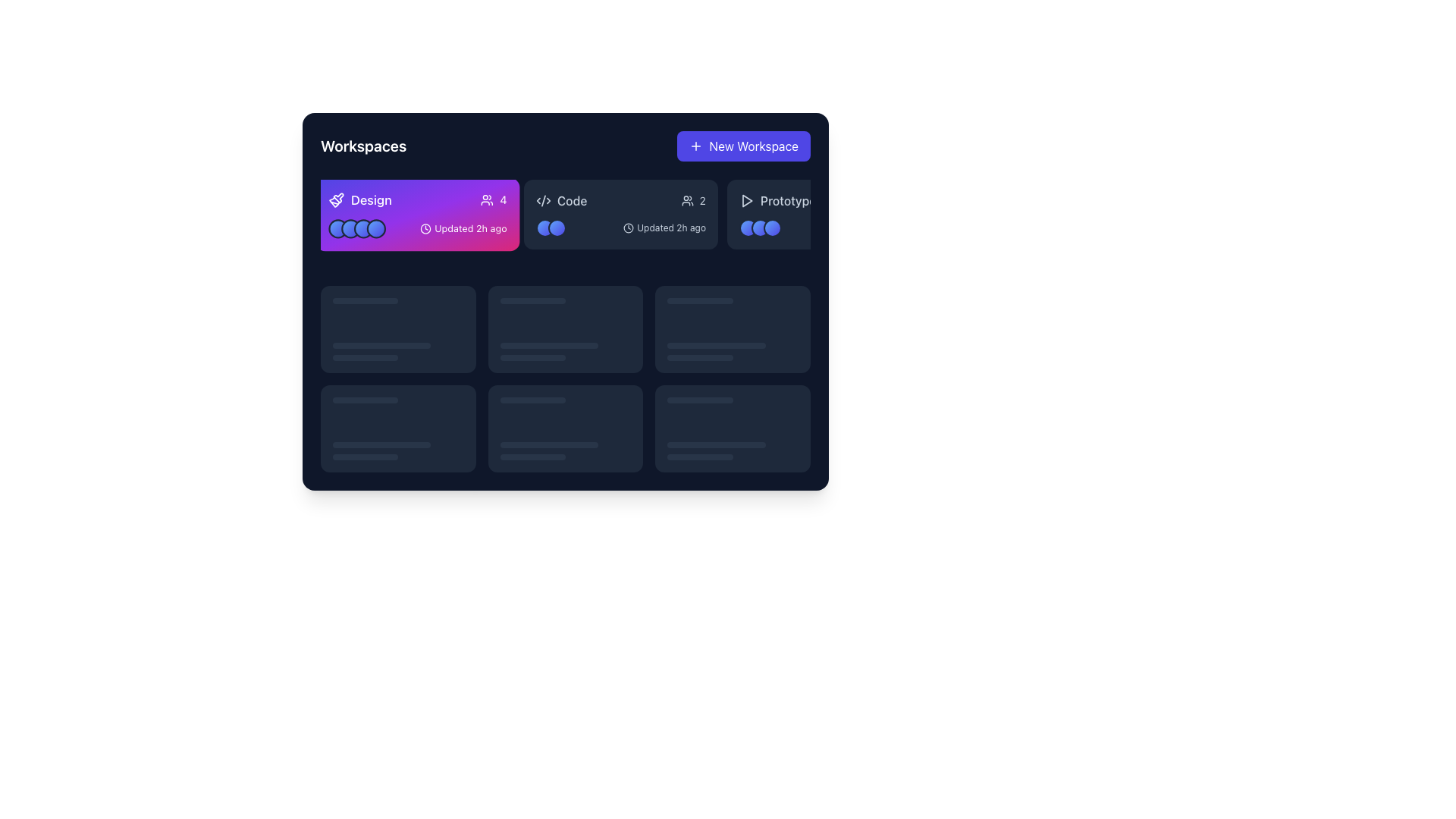 This screenshot has height=819, width=1456. Describe the element at coordinates (398, 450) in the screenshot. I see `the loading indicator component, which is a placeholder for content and located in the bottom-right quadrant of the interface` at that location.